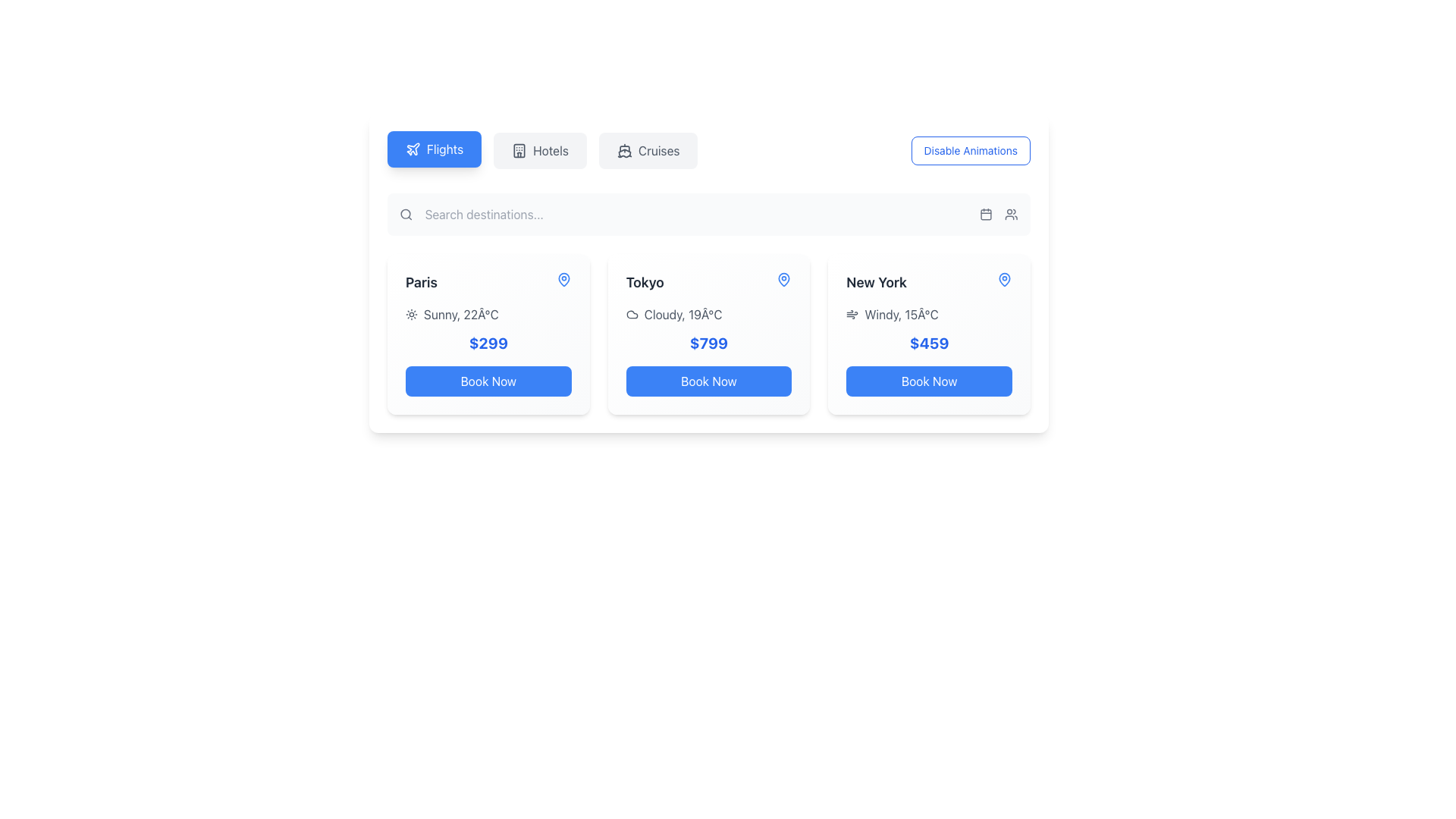  I want to click on the weather and price information element for the destination 'Paris', which displays 'Sunny, 22°C' and '$299', located in the center of the card, so click(488, 329).